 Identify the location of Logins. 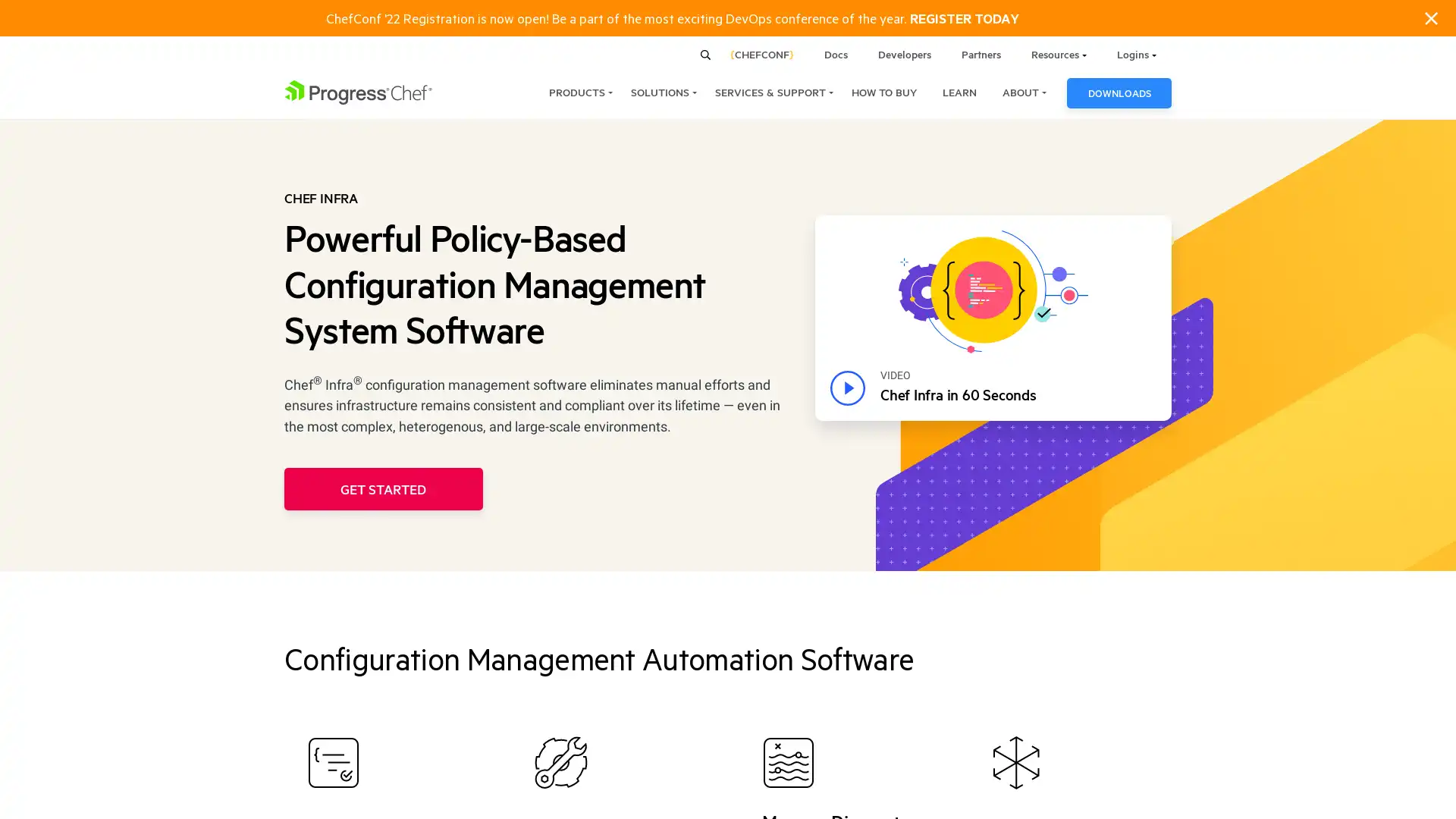
(1136, 54).